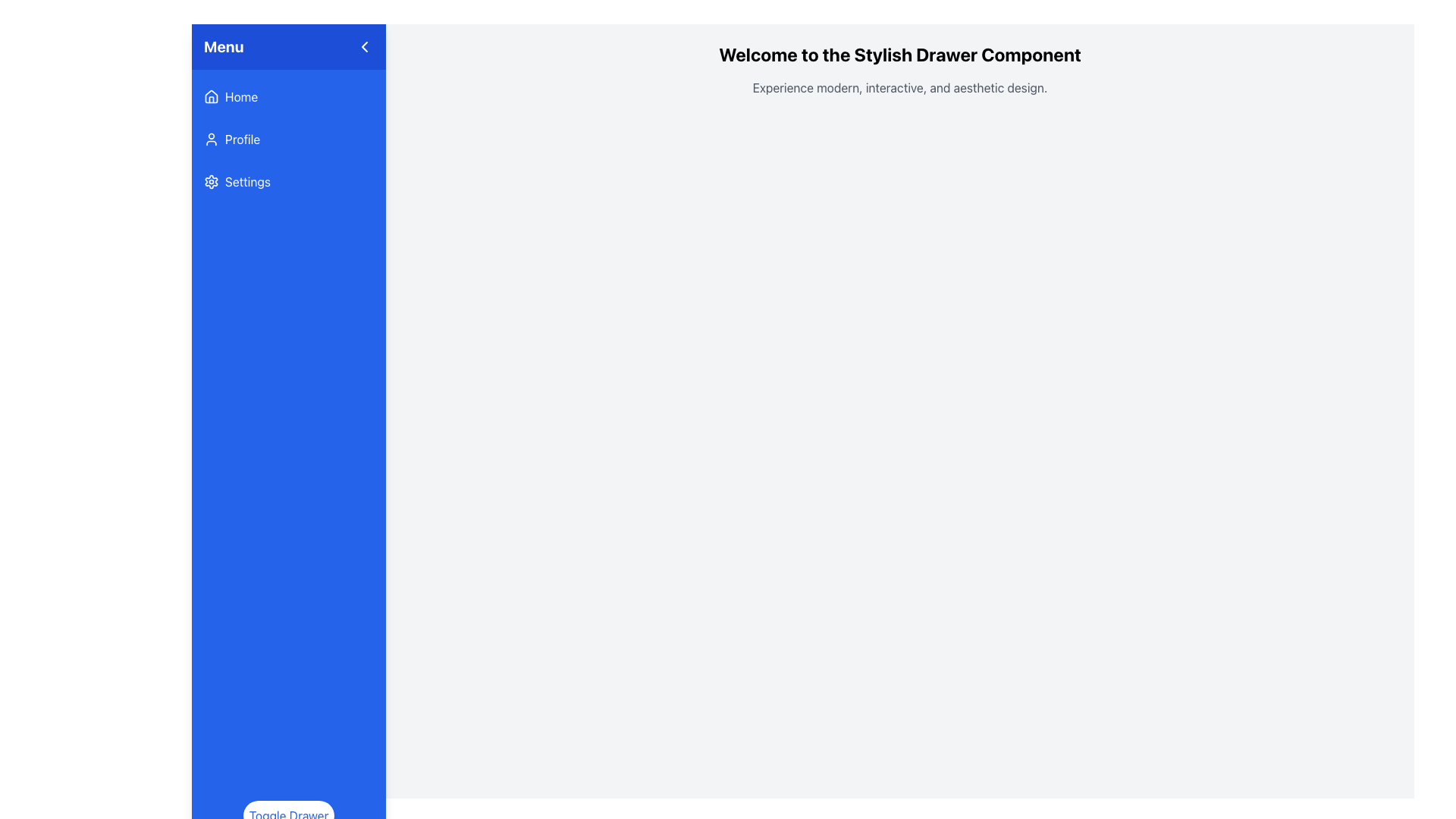 Image resolution: width=1456 pixels, height=819 pixels. Describe the element at coordinates (210, 96) in the screenshot. I see `the 'Home' icon located to the left of the 'Home' text in the 'Menu' sidebar` at that location.